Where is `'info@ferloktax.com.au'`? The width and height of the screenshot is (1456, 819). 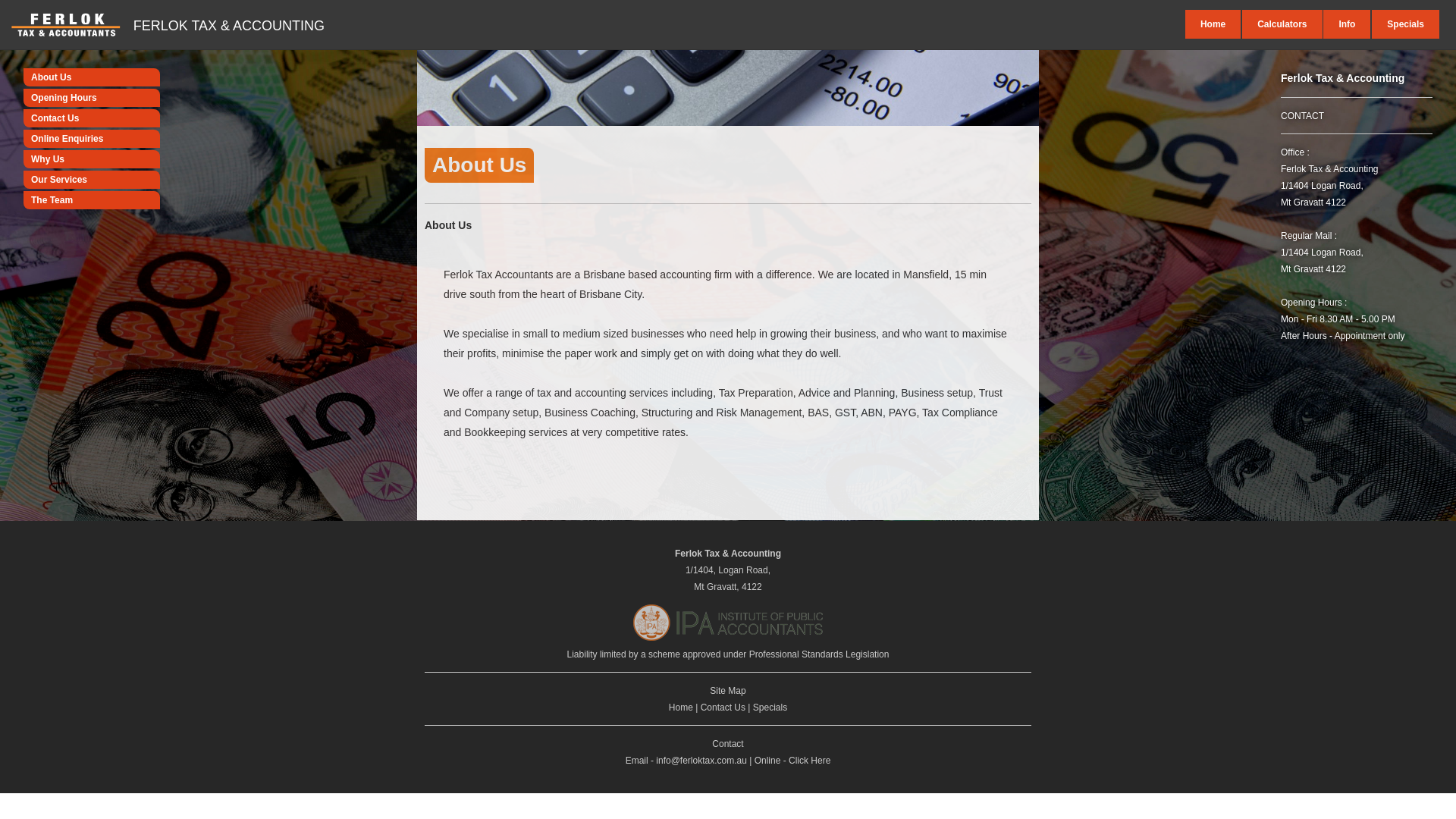 'info@ferloktax.com.au' is located at coordinates (701, 760).